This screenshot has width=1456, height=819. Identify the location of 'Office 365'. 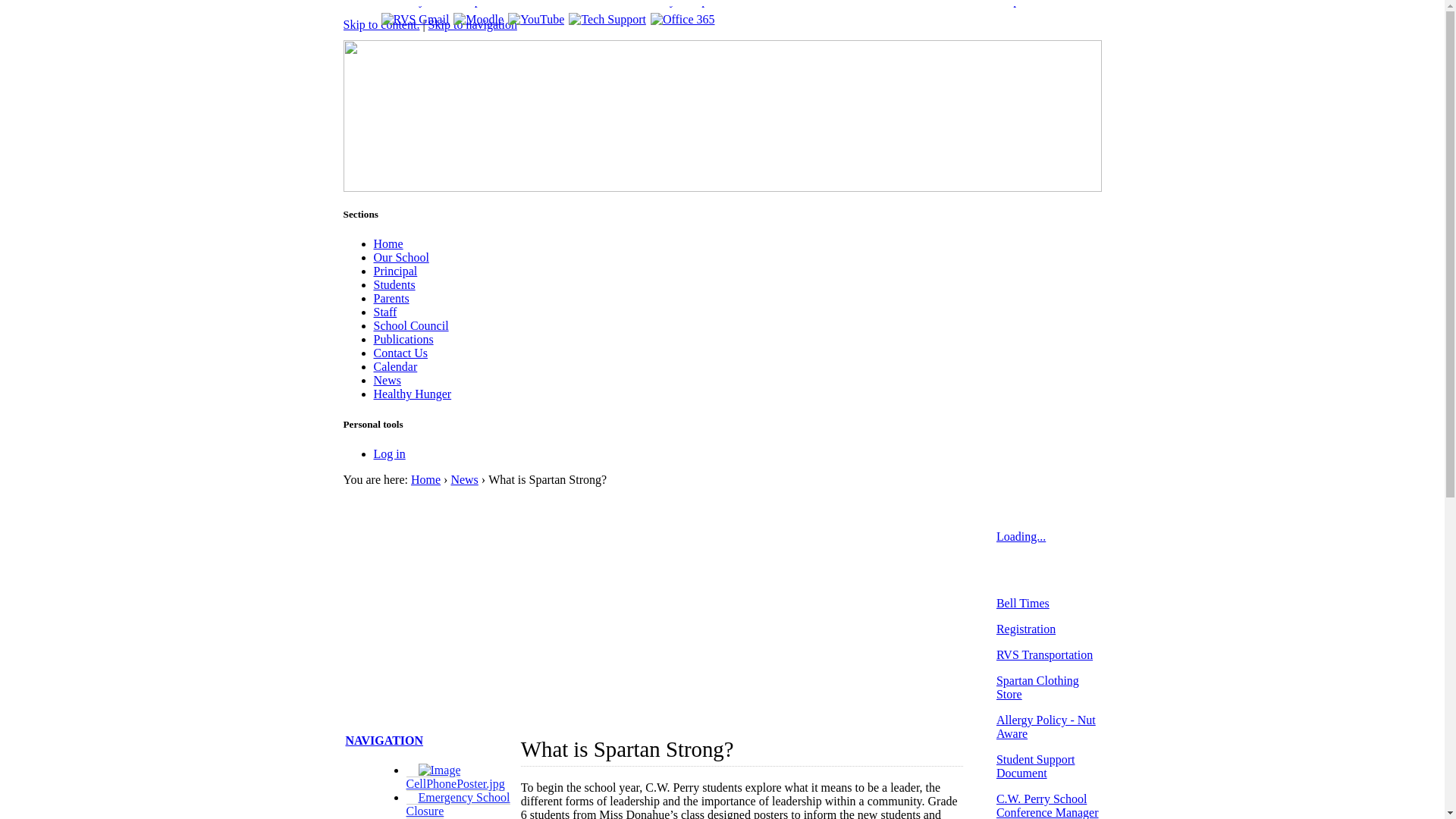
(682, 19).